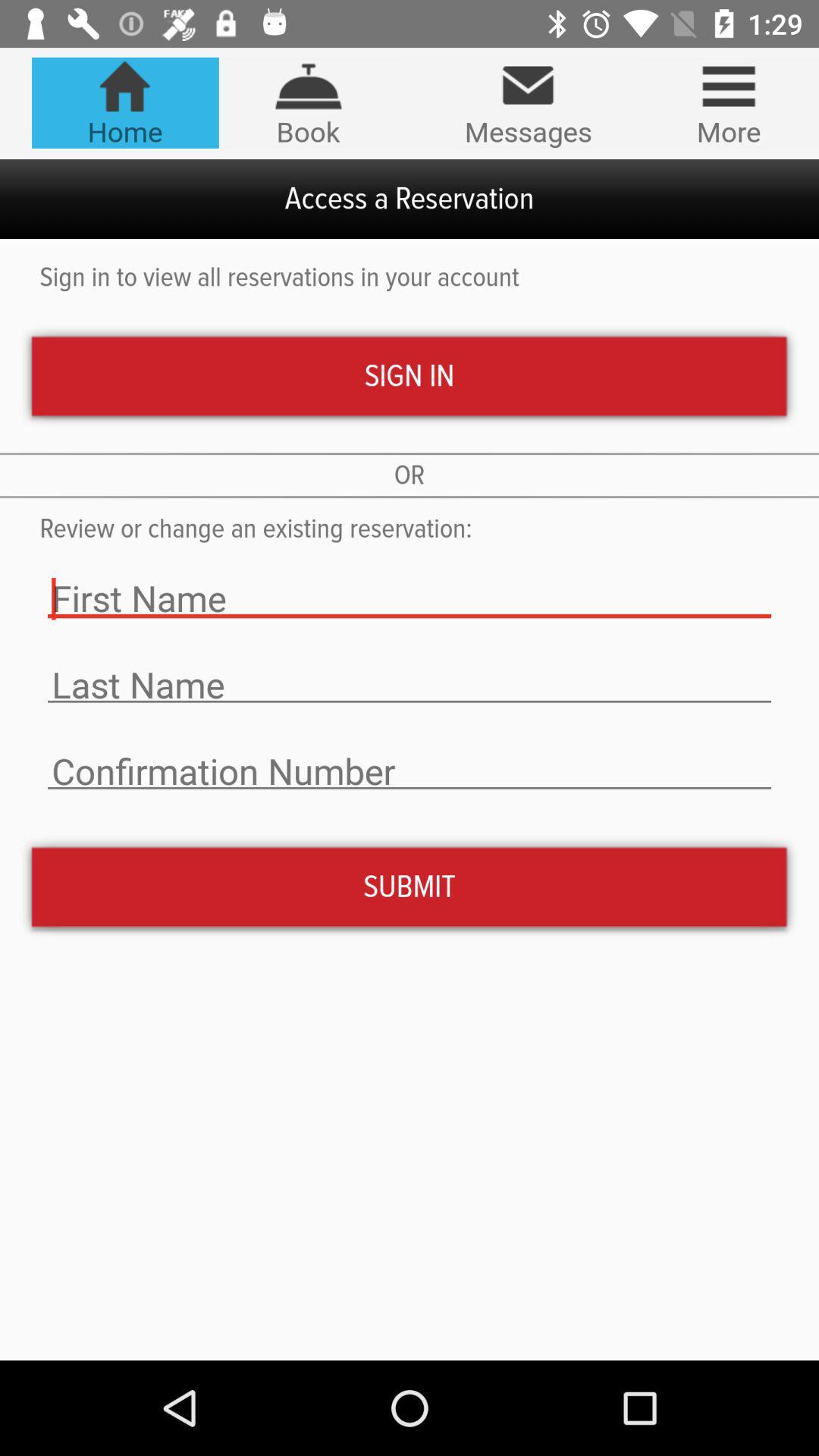 This screenshot has height=1456, width=819. I want to click on the more icon, so click(728, 102).